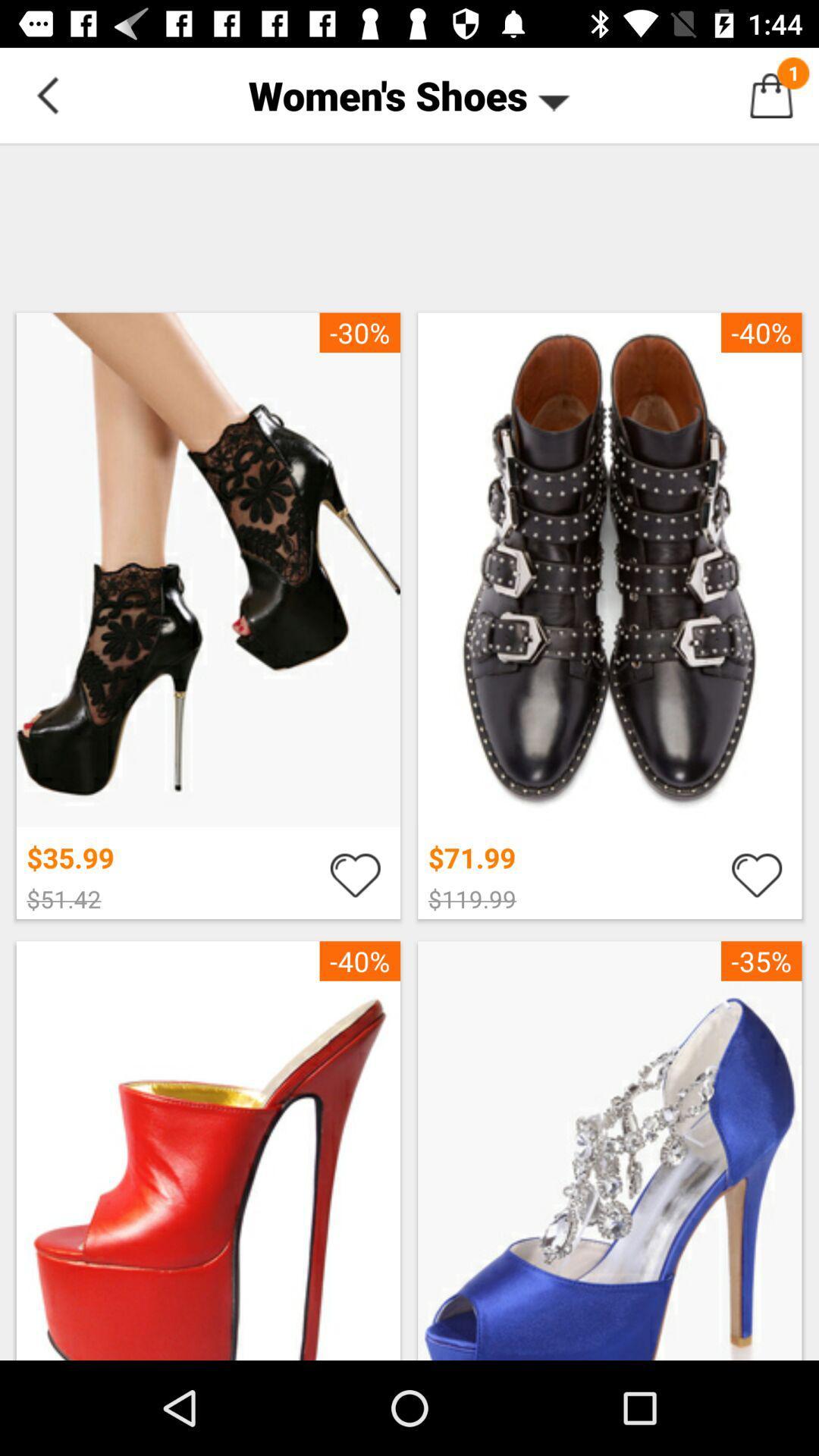 The height and width of the screenshot is (1456, 819). I want to click on the cart at the right corner, so click(771, 94).